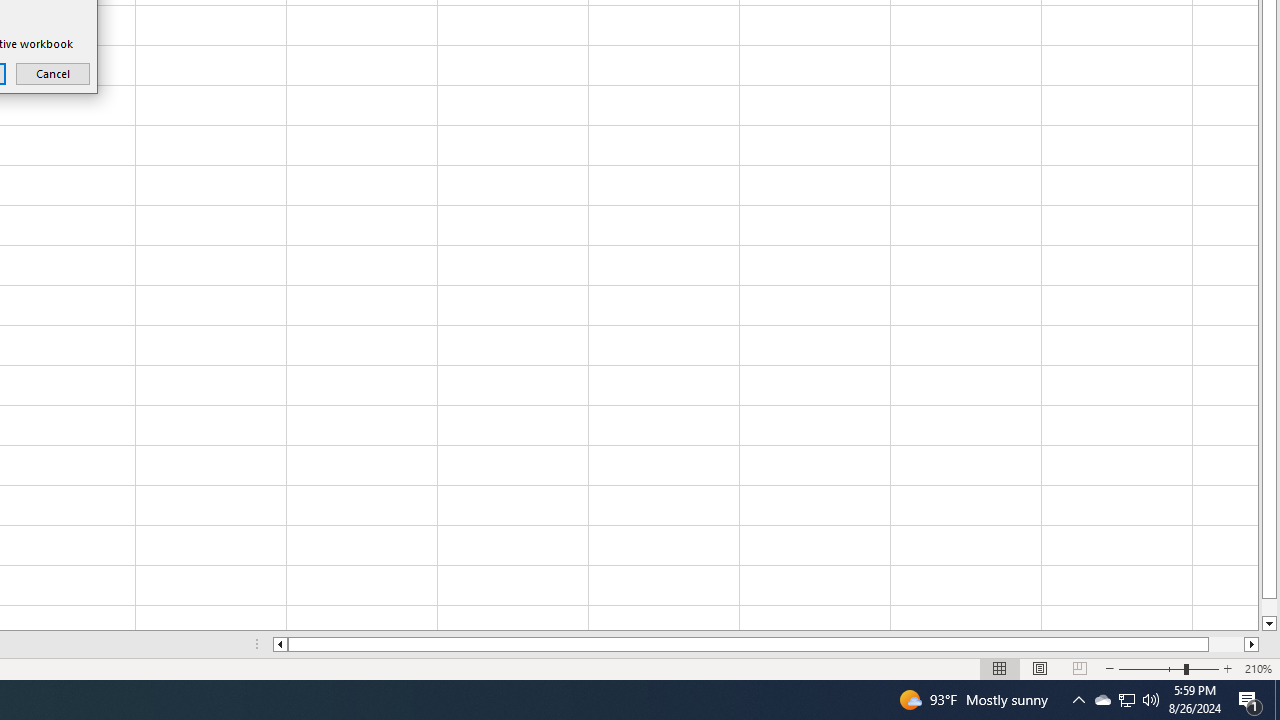 This screenshot has width=1280, height=720. Describe the element at coordinates (1276, 698) in the screenshot. I see `'Show desktop'` at that location.